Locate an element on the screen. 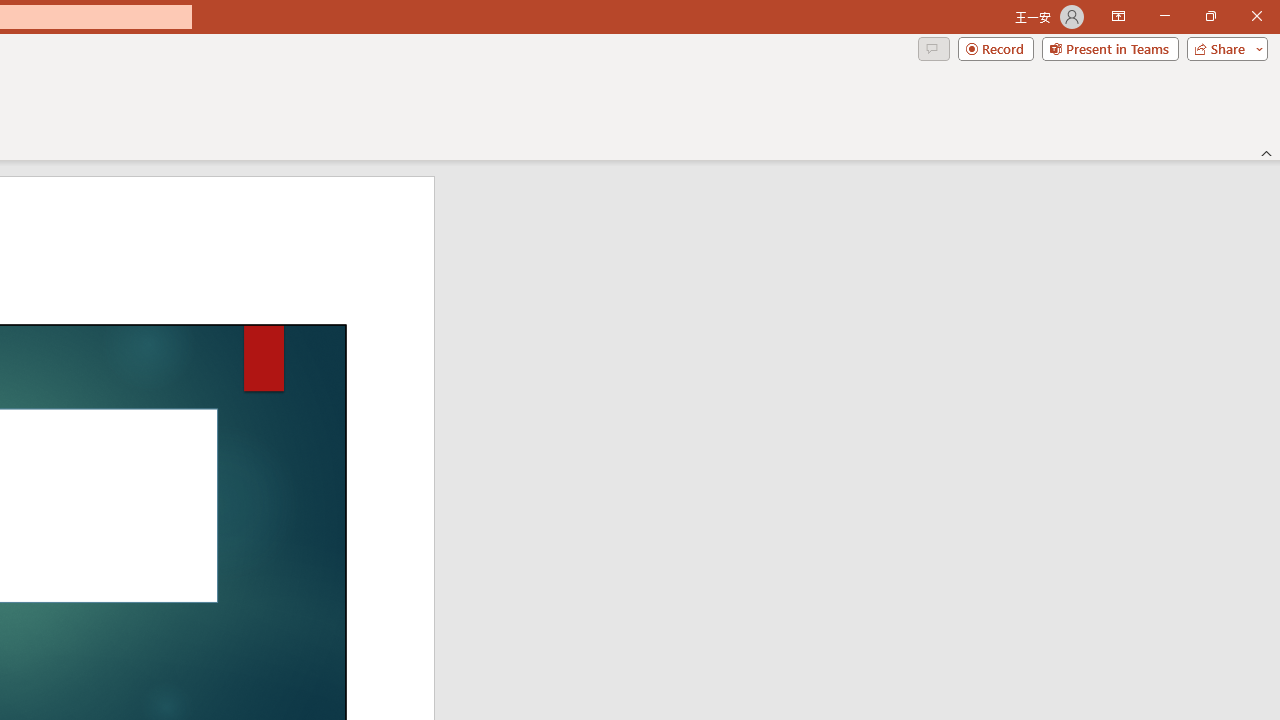 The height and width of the screenshot is (720, 1280). 'Comments' is located at coordinates (932, 47).